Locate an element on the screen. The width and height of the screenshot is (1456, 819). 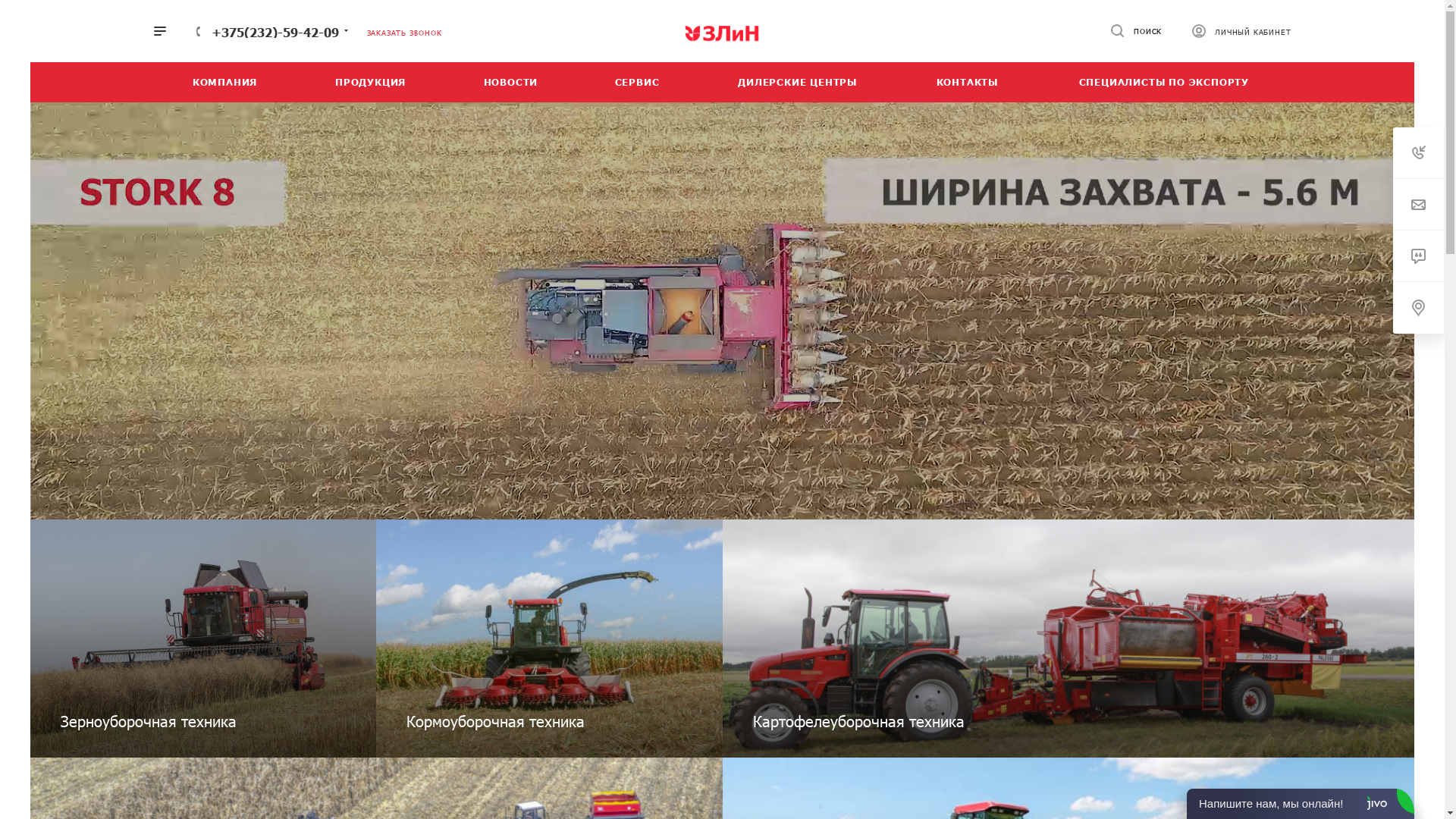
'+375(232)-59-42-09' is located at coordinates (274, 31).